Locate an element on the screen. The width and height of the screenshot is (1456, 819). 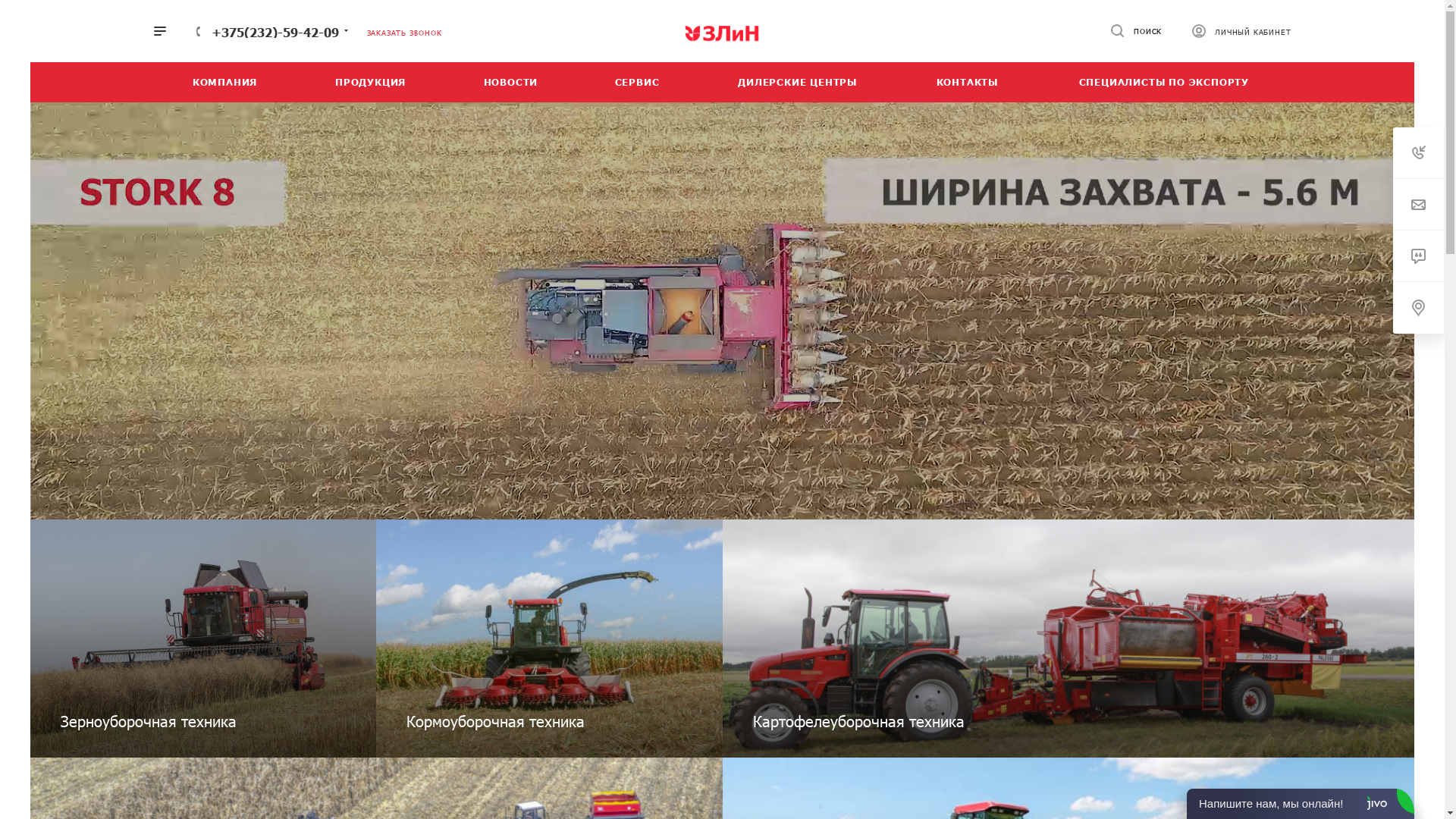
'+375(232)-59-42-09' is located at coordinates (274, 31).